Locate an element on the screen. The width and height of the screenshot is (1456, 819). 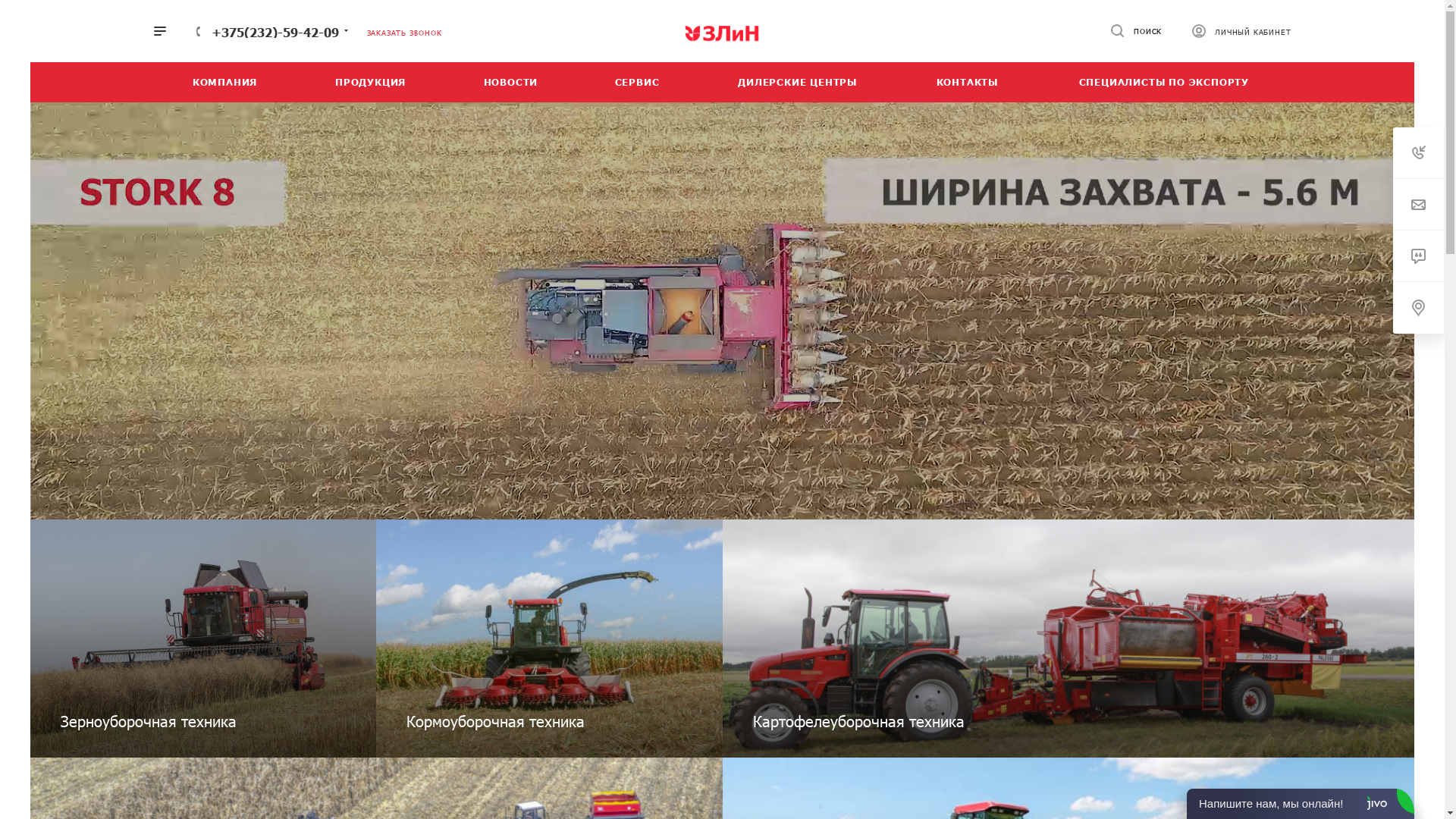
'+375(232)-59-42-09' is located at coordinates (274, 31).